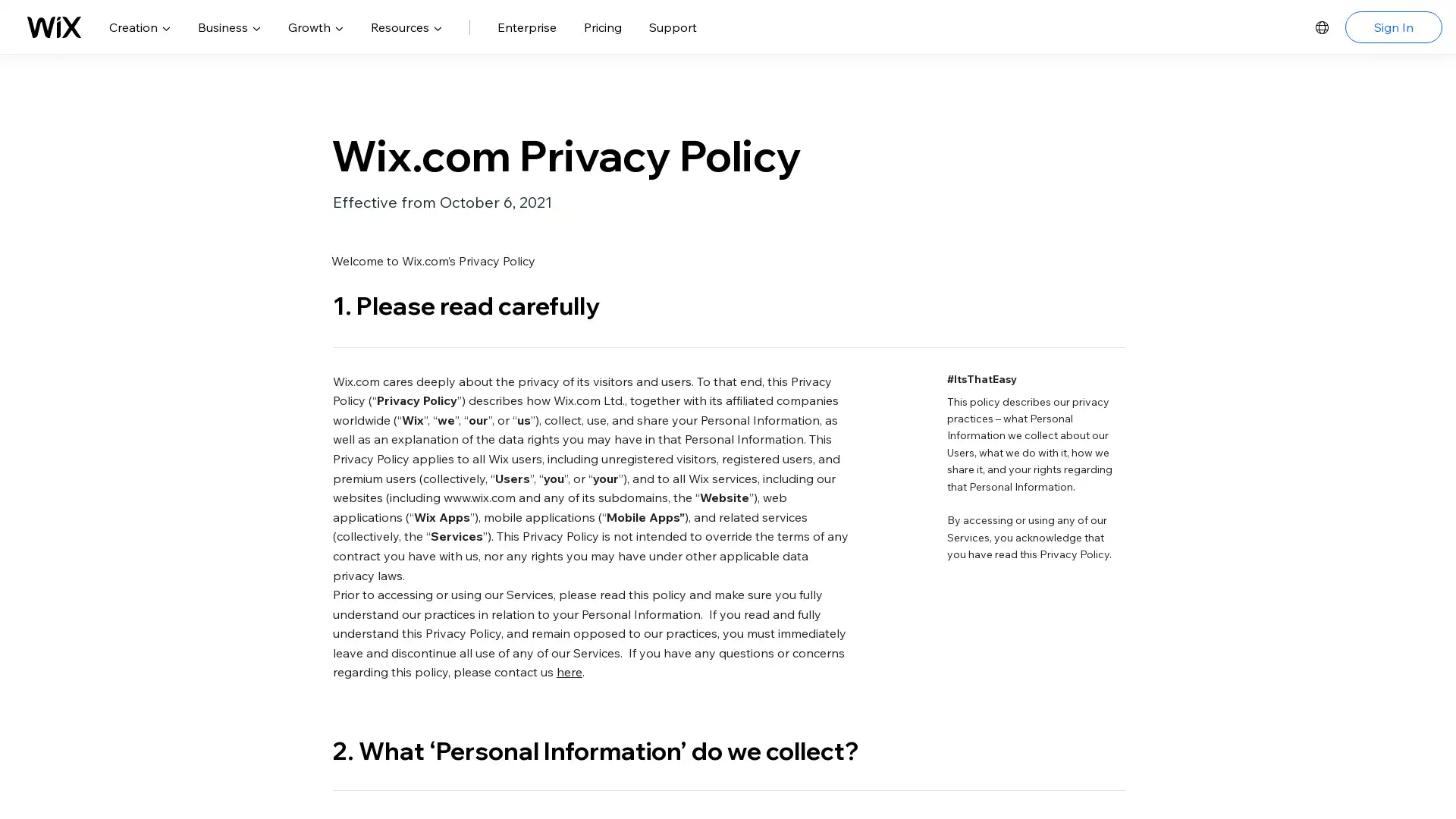 This screenshot has height=819, width=1456. I want to click on Resources, so click(406, 26).